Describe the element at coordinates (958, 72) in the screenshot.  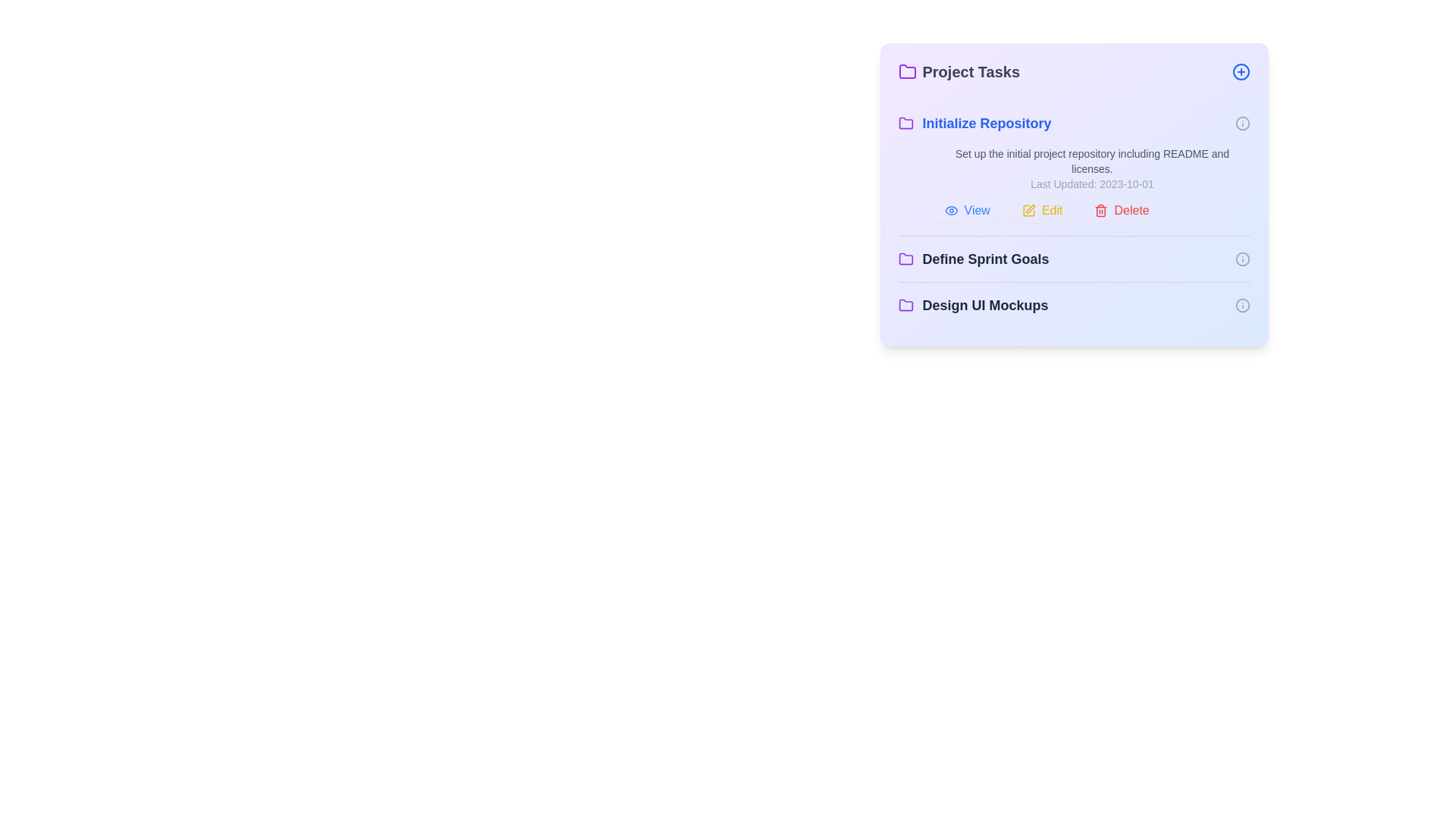
I see `the Text Label with Icon that serves as a header for the project tasks section` at that location.